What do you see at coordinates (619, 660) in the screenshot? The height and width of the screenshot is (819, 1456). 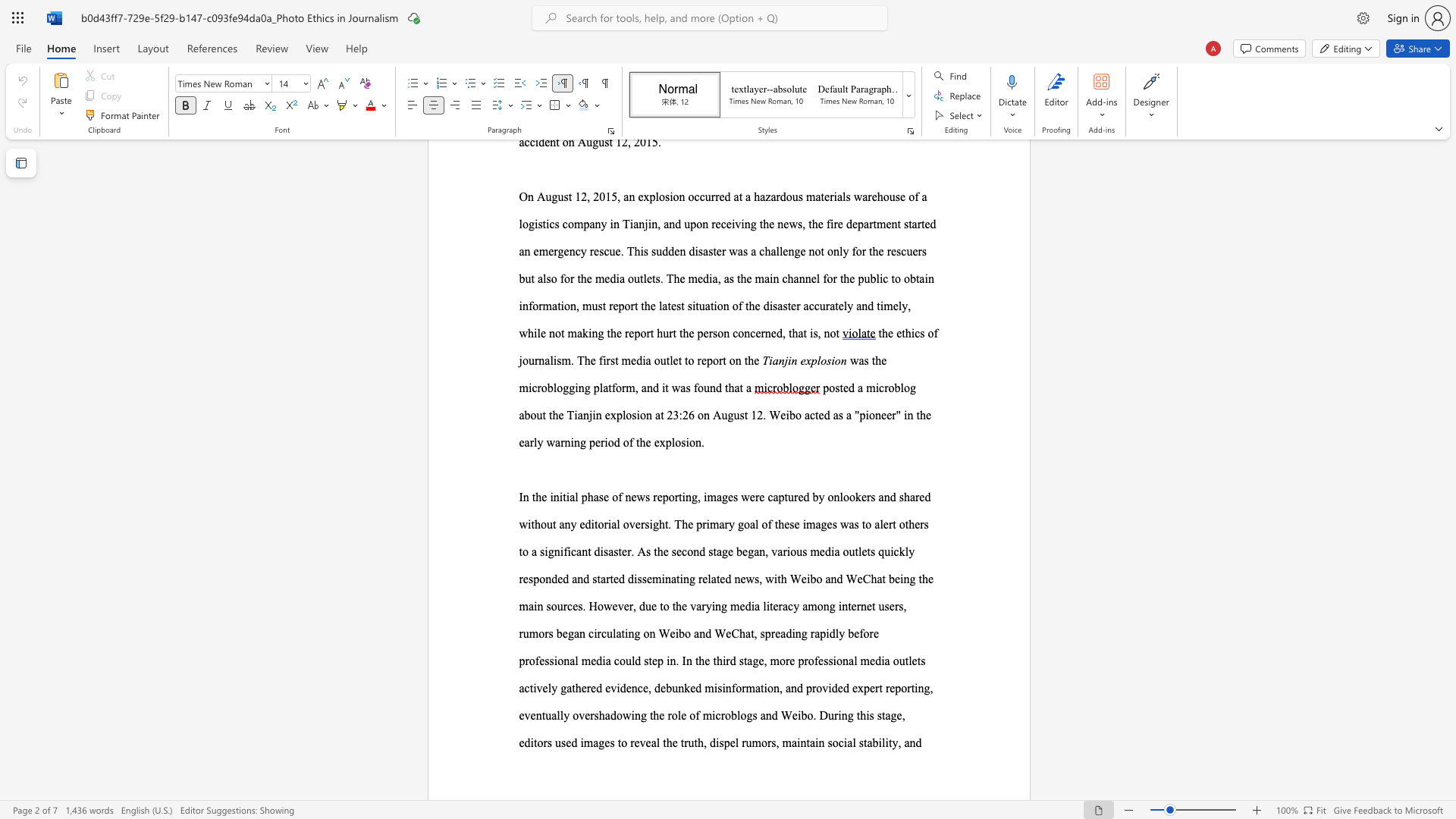 I see `the subset text "ould step in. In the third stage, more professional media outlets actively gathered evidence, debunked misinformation, and provided expert reporting, eventually overshadowing the role of microblogs and Weibo. During this s" within the text "related news, with Weibo and WeChat being the main sources. However, due to the varying media literacy among internet users, rumors began circulating on Weibo and WeChat, spreading rapidly before professional media could step in. In the third stage, more professional media outlets actively gathered evidence, debunked misinformation, and provided expert reporting, eventually overshadowing the role of microblogs and Weibo. During this stage, editors used images to reveal the truth, dispel rumors,"` at bounding box center [619, 660].